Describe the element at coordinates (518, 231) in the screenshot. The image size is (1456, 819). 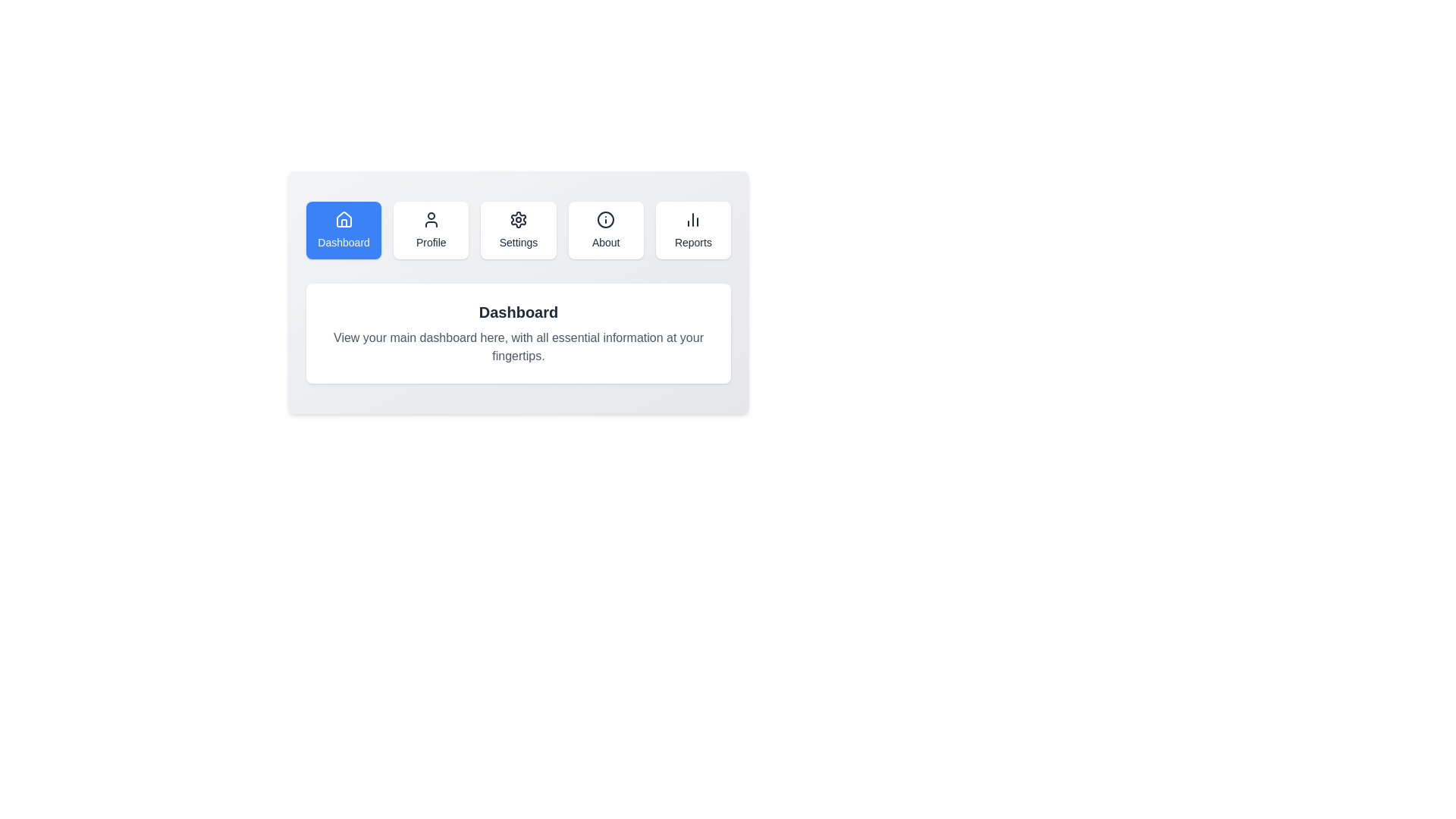
I see `the Settings button to observe its effect` at that location.